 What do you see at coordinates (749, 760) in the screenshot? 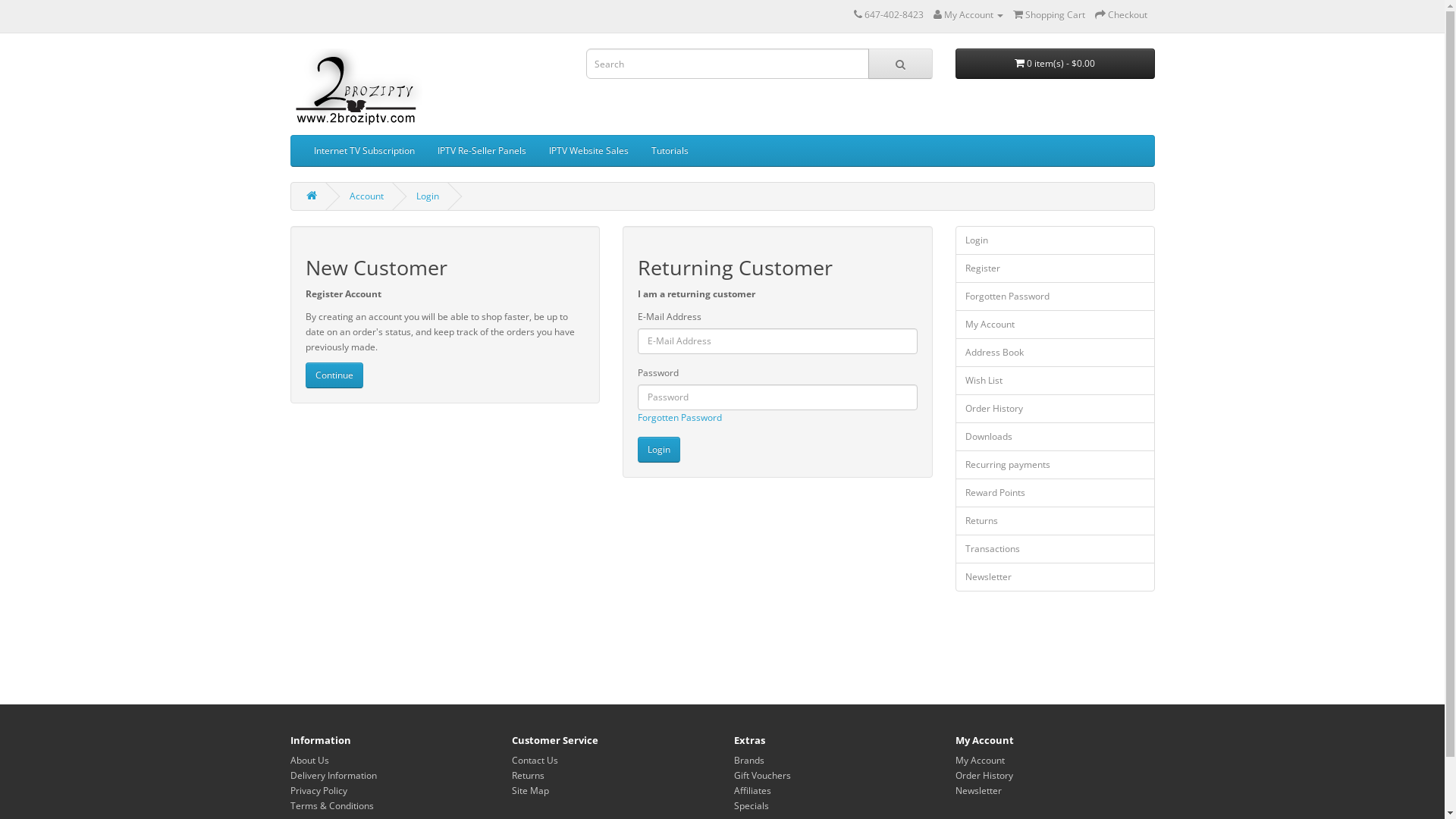
I see `'Brands'` at bounding box center [749, 760].